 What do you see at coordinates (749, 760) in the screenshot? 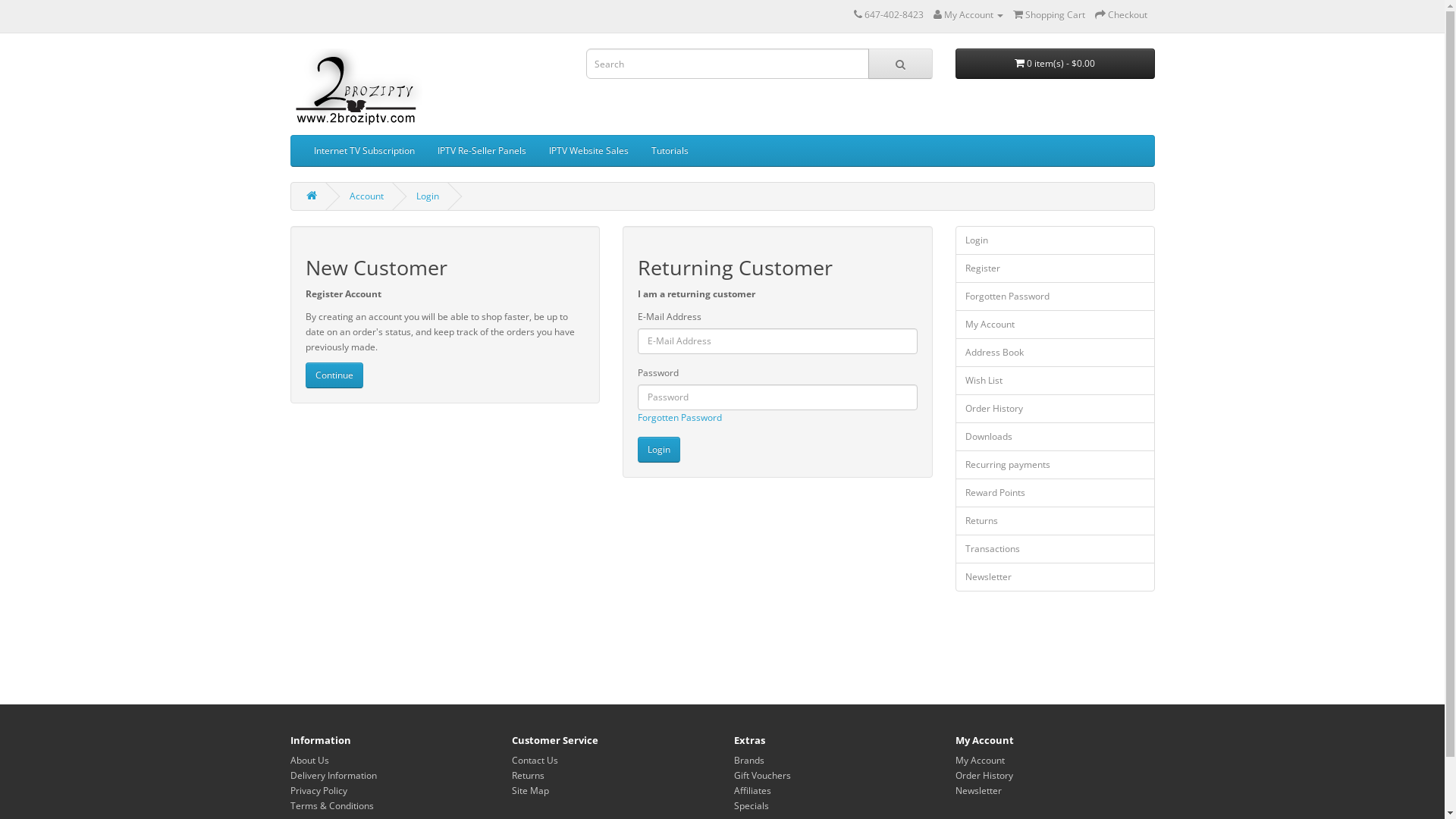
I see `'Brands'` at bounding box center [749, 760].